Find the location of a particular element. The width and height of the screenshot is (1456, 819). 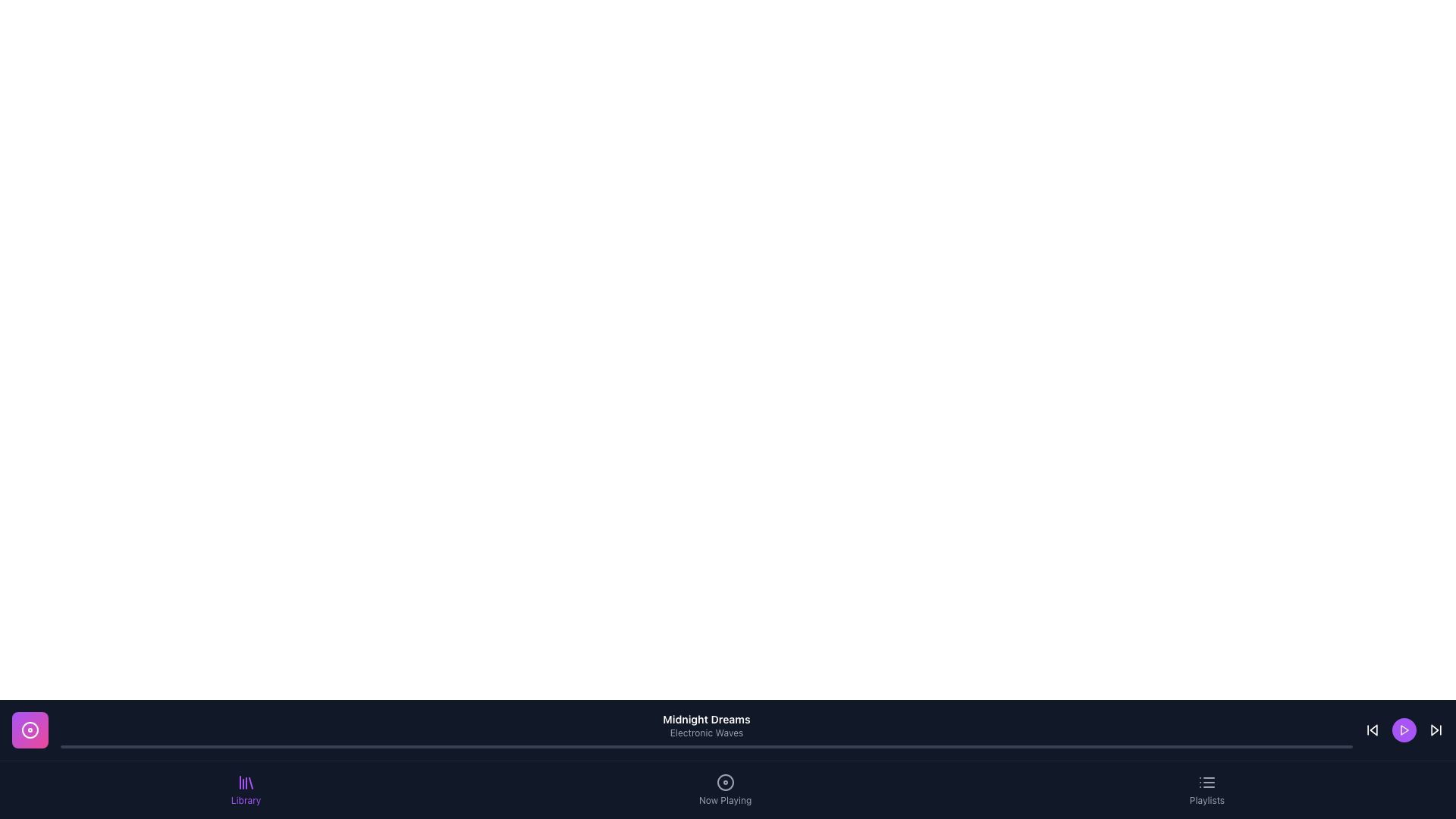

the small circular SVG icon with two concentric circles, located in the bottom-left corner of the interface, which has a gradient purple to pink background is located at coordinates (30, 730).